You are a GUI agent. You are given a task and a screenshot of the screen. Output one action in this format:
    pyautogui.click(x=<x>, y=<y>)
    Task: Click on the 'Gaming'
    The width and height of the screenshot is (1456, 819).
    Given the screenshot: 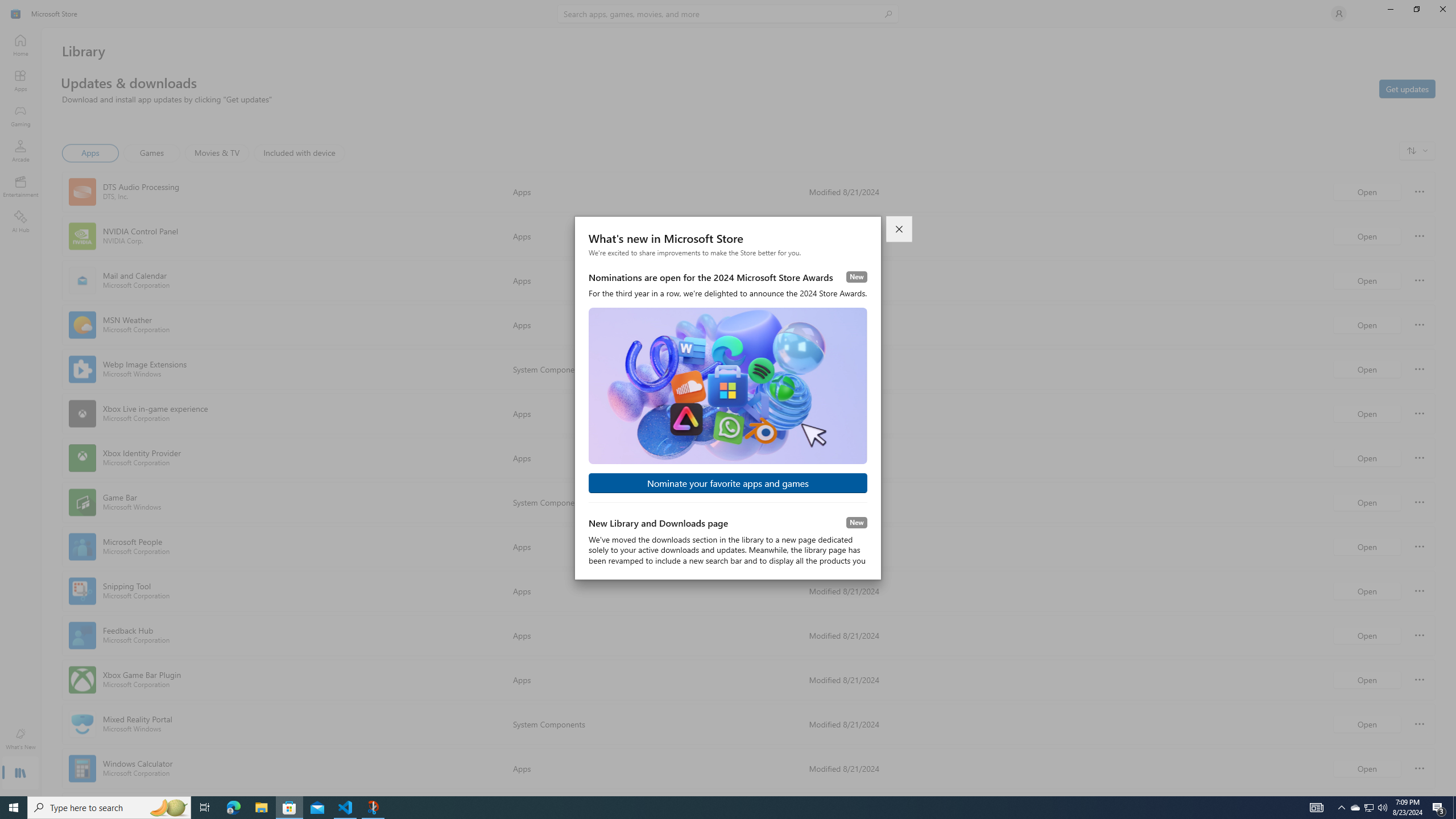 What is the action you would take?
    pyautogui.click(x=19, y=115)
    